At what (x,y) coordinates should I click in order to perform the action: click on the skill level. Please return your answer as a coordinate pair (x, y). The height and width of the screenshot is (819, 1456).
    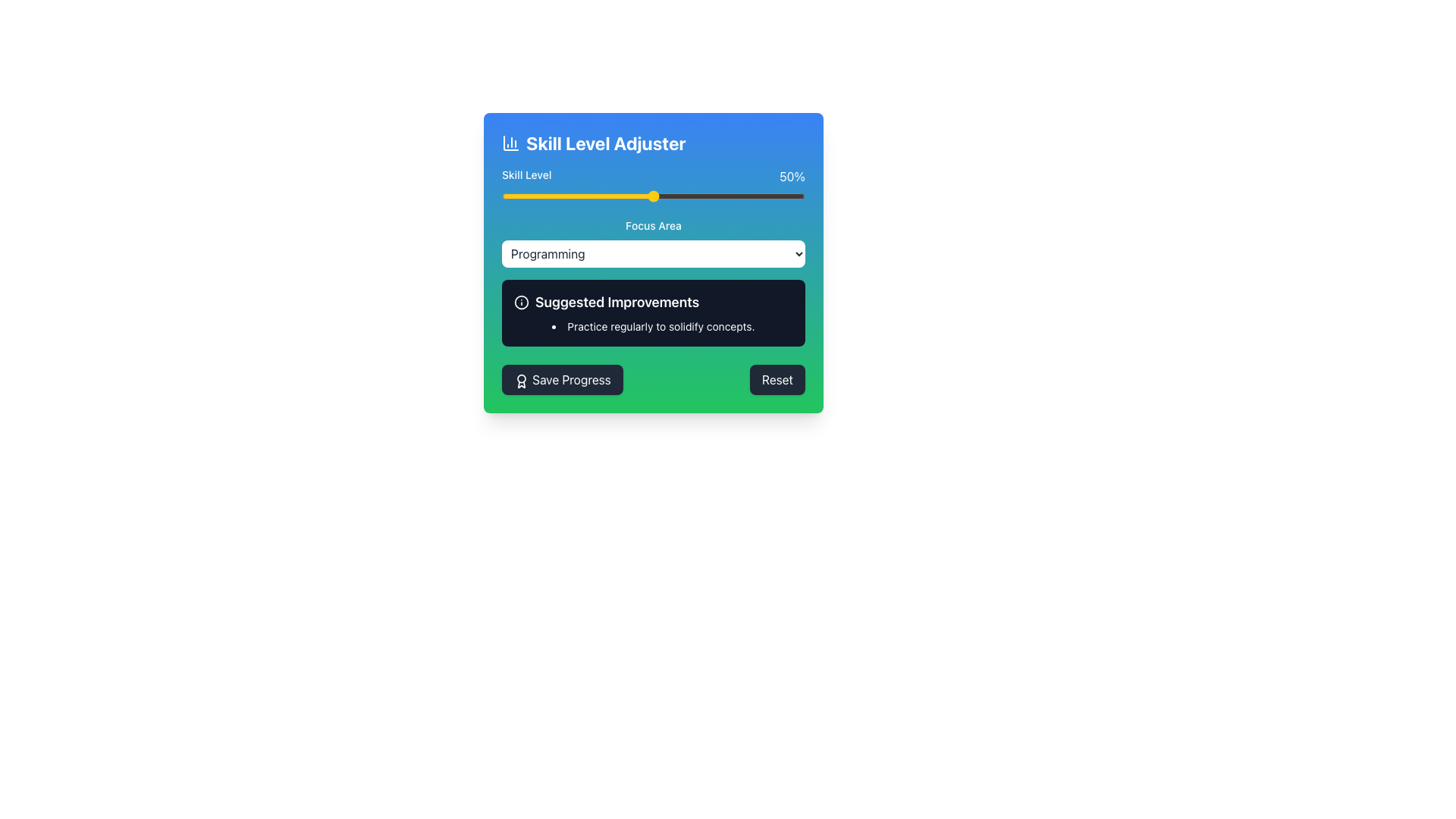
    Looking at the image, I should click on (585, 195).